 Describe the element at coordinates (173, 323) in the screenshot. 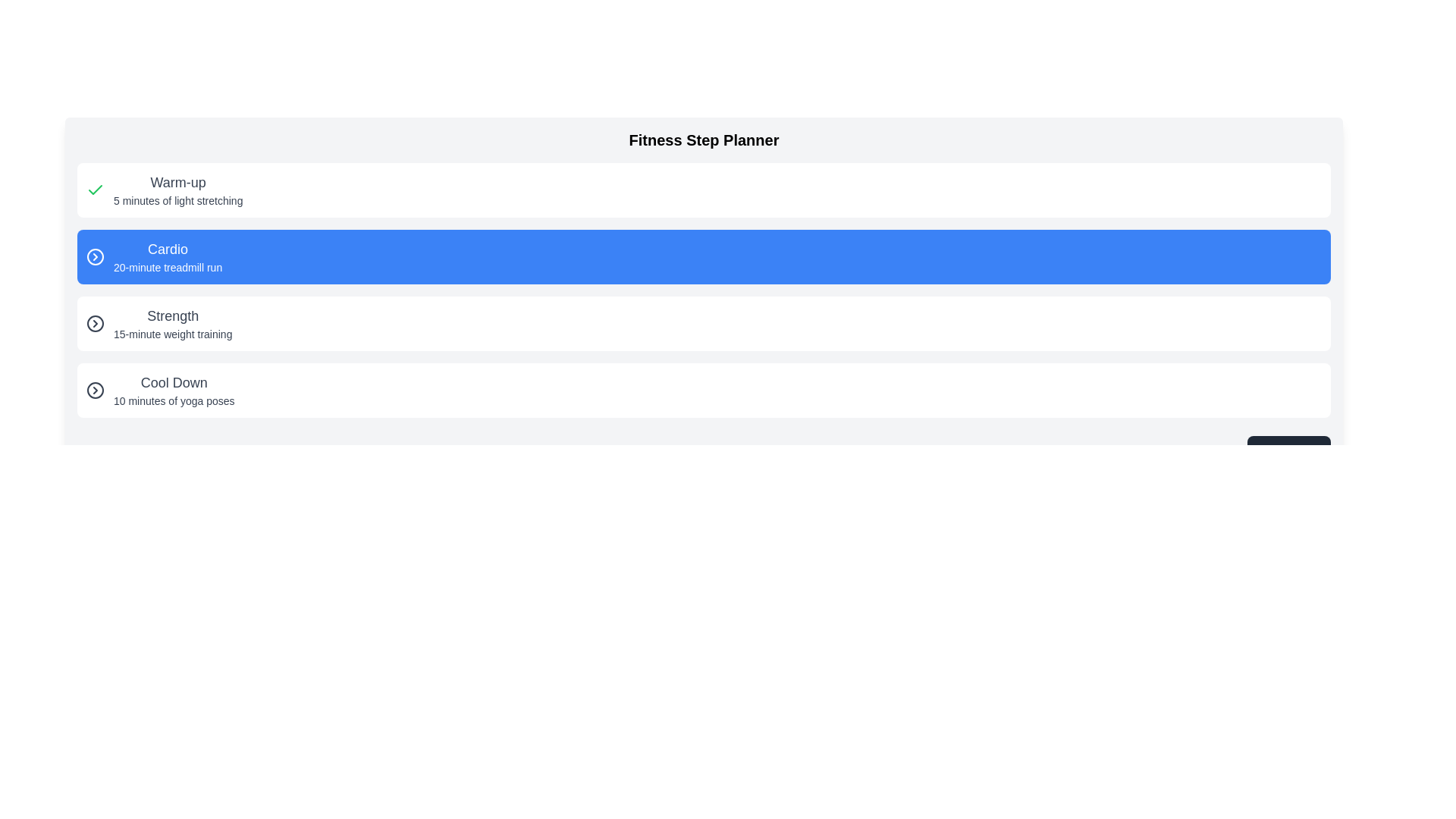

I see `descriptive label text that states 'Strength' and '15-minute weight training', positioned within a fitness steps list, located between 'Cardio' and 'Cool Down'` at that location.